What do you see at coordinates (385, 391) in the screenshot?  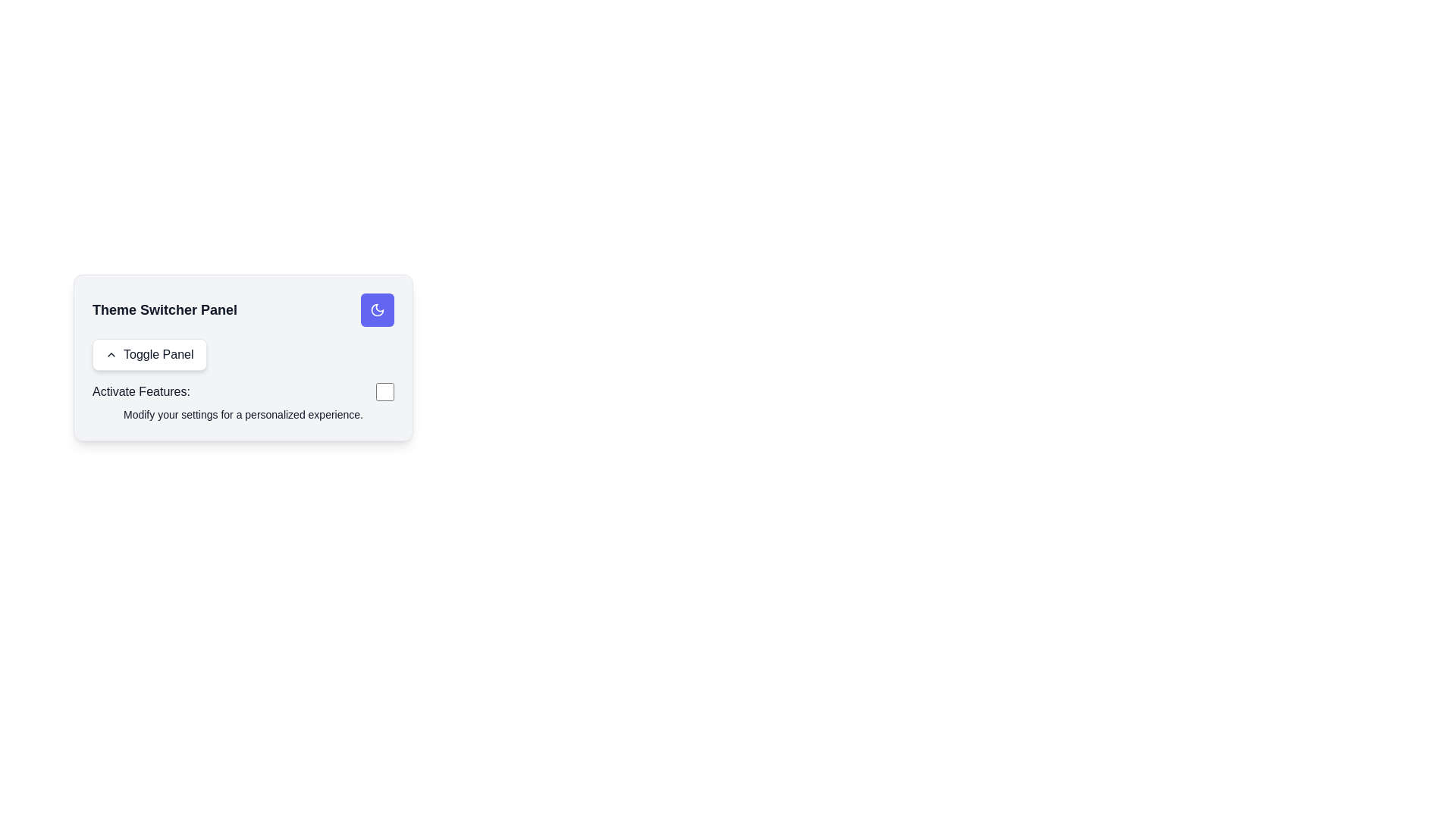 I see `the checkbox located next to the 'Activate Features:' label in the 'Theme Switcher Panel'` at bounding box center [385, 391].